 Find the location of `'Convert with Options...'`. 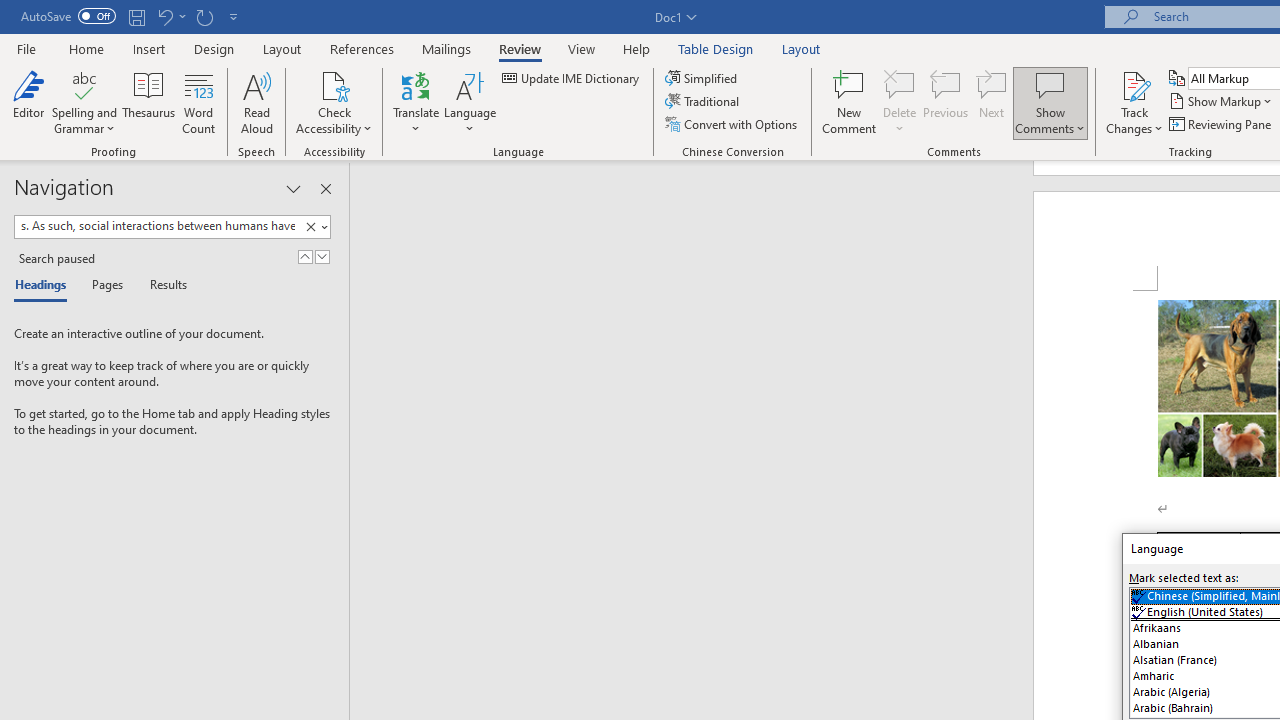

'Convert with Options...' is located at coordinates (731, 124).